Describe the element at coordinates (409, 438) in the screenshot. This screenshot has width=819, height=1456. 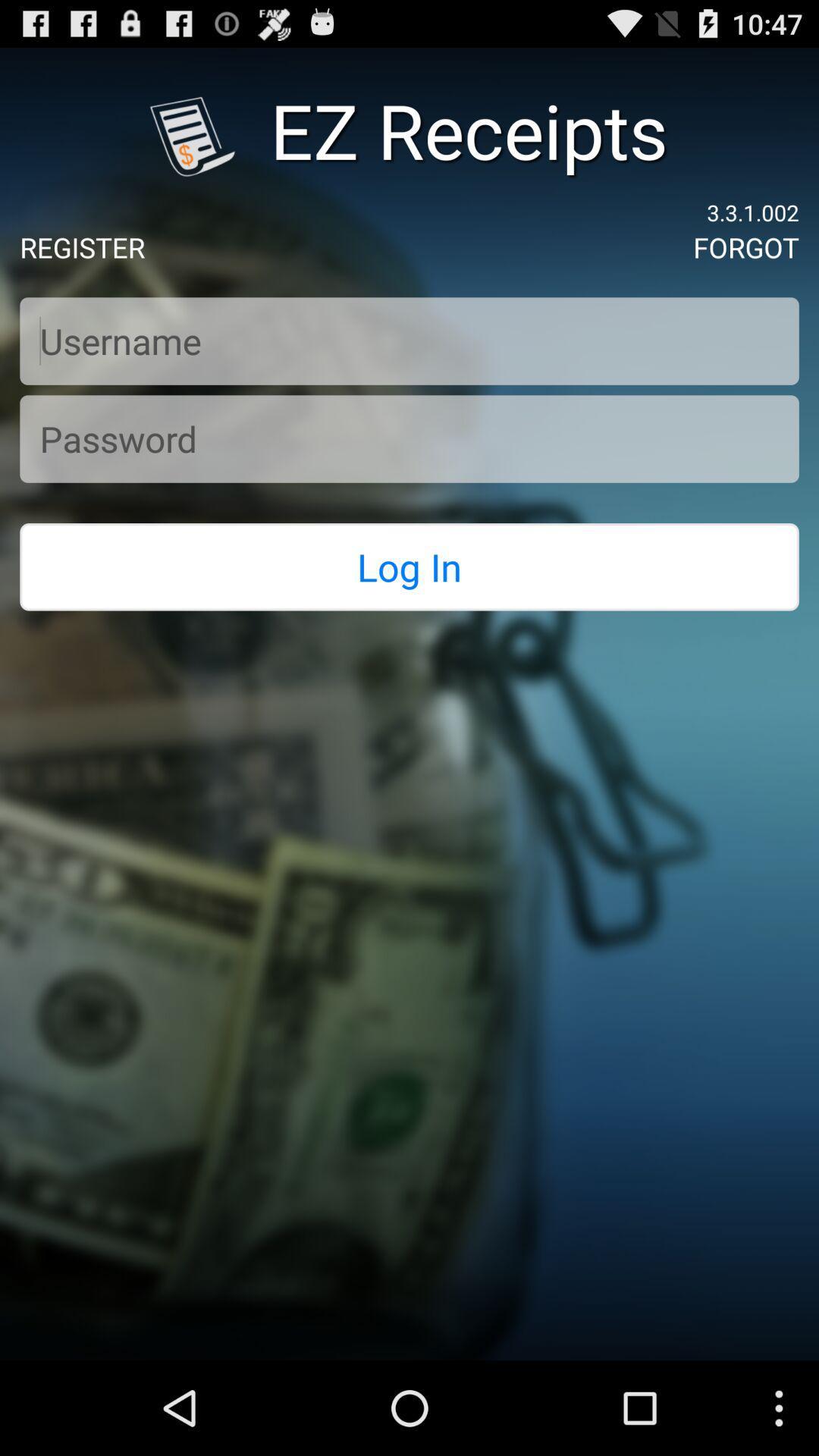
I see `password` at that location.